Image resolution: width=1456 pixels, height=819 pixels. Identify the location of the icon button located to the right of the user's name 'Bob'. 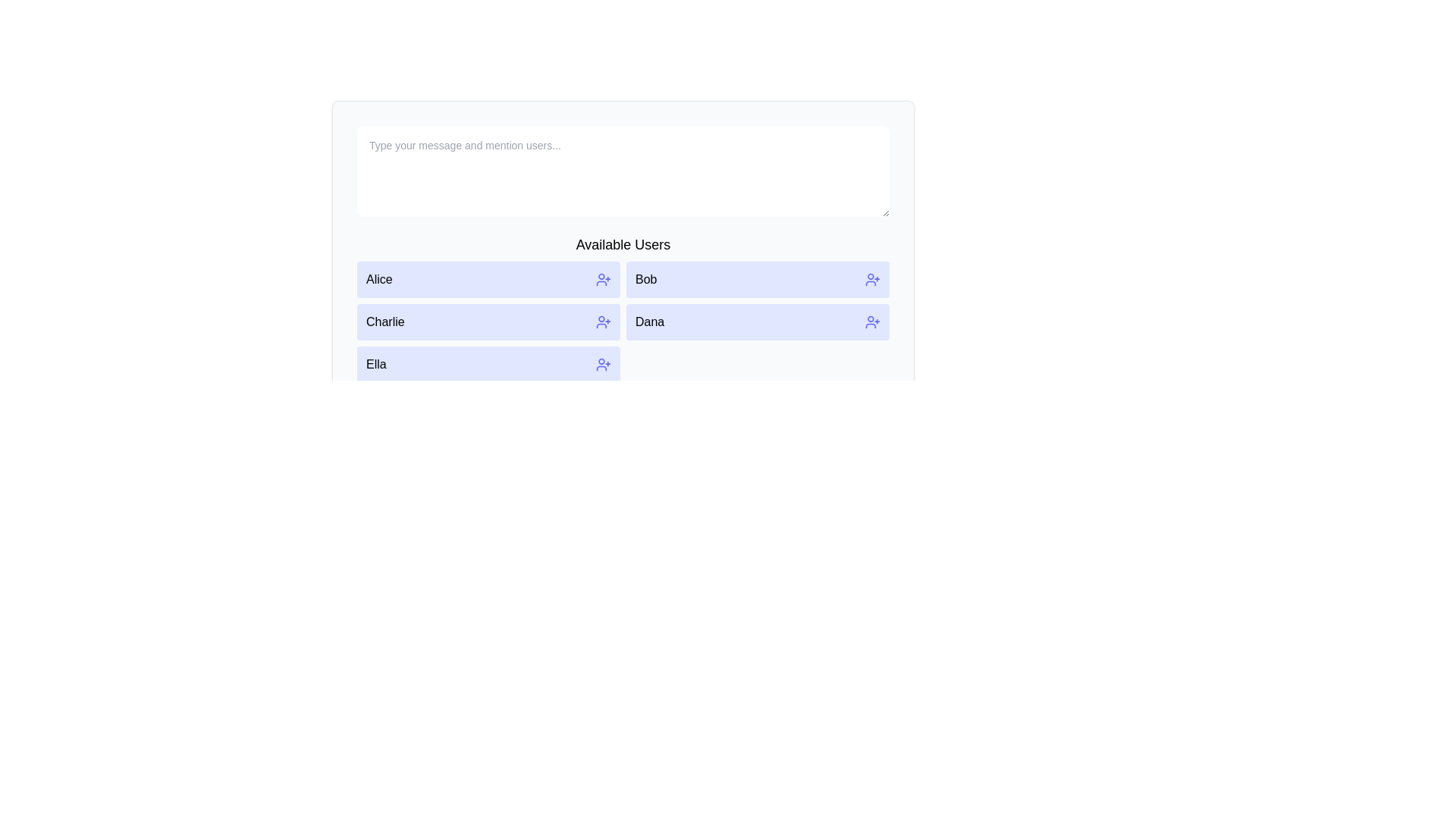
(873, 280).